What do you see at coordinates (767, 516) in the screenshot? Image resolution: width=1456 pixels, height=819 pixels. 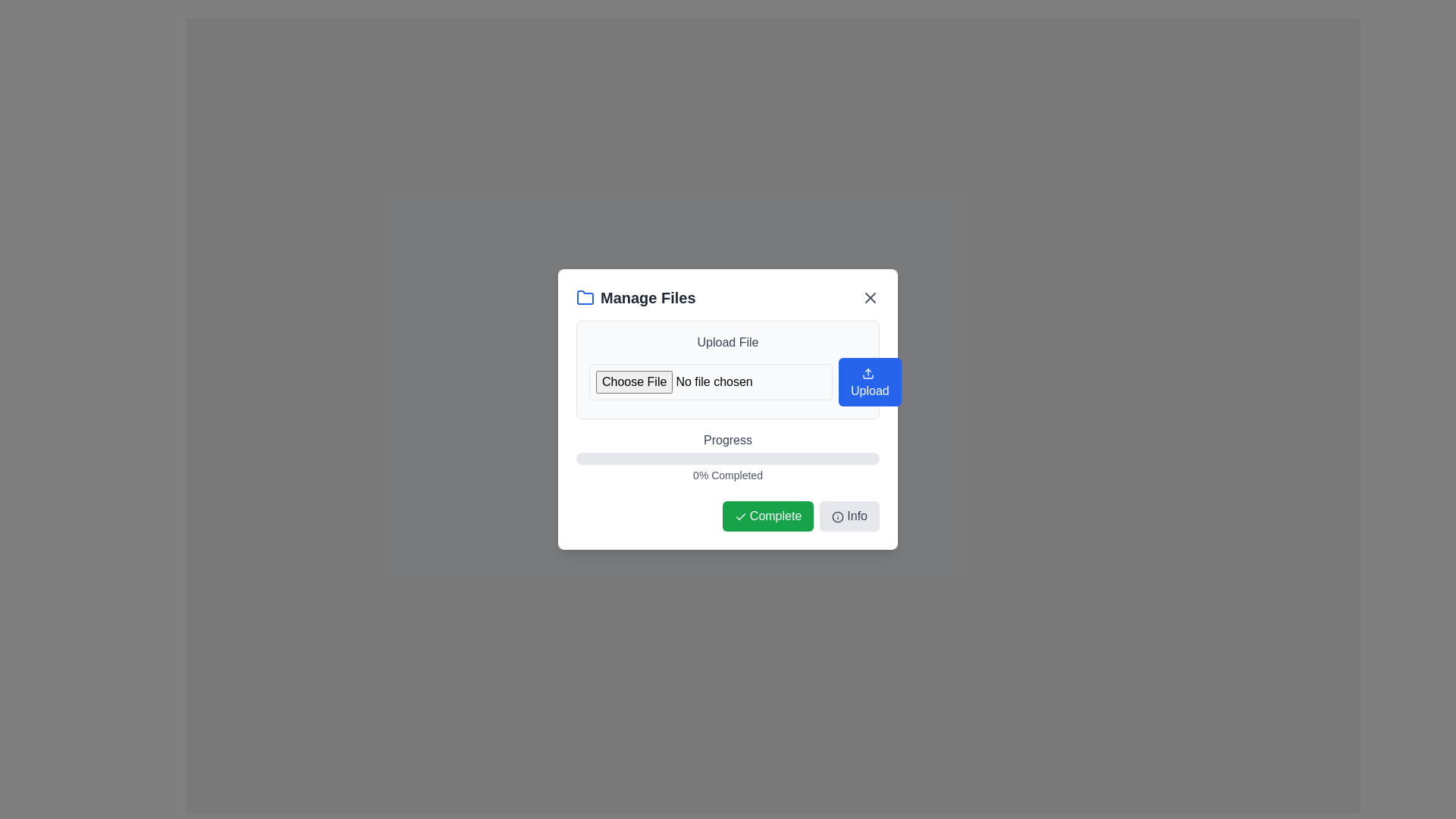 I see `the 'Complete' button with a checkmark icon on a green background to confirm completion` at bounding box center [767, 516].